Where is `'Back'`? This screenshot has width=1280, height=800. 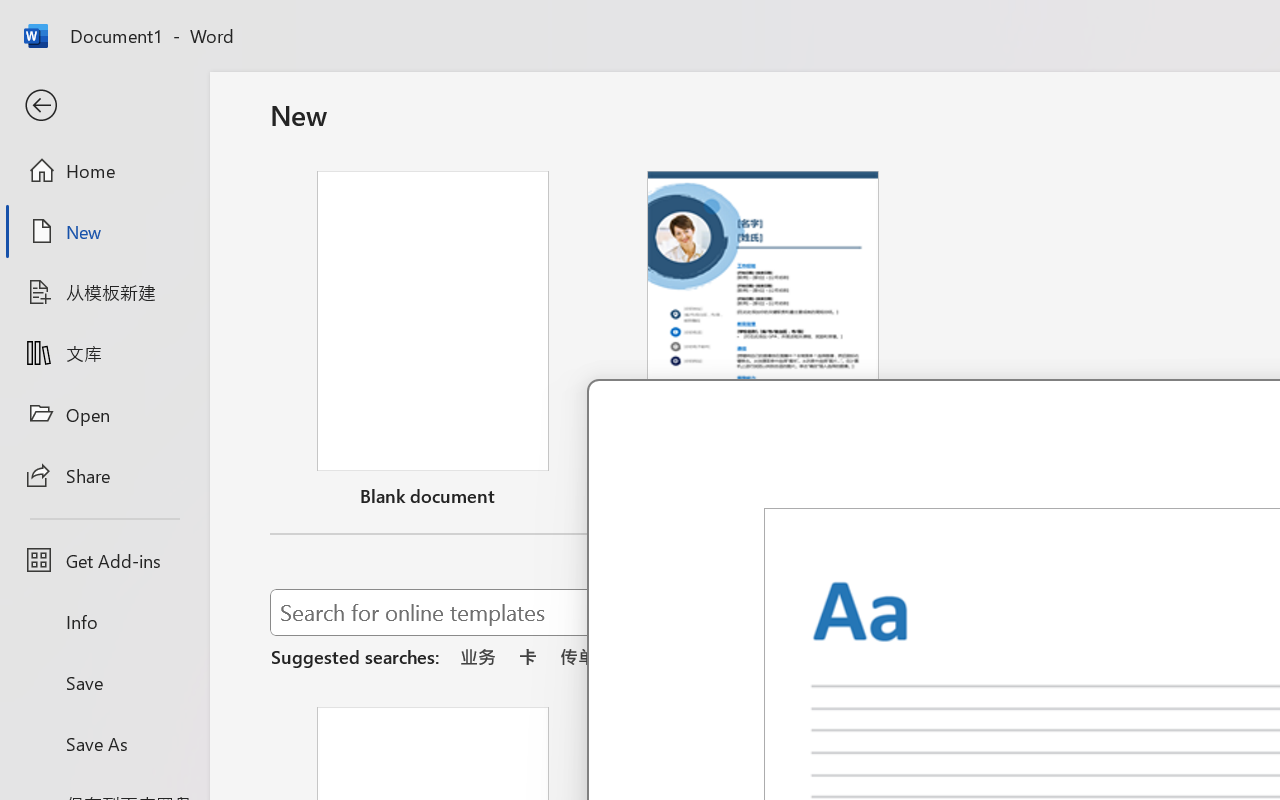
'Back' is located at coordinates (103, 105).